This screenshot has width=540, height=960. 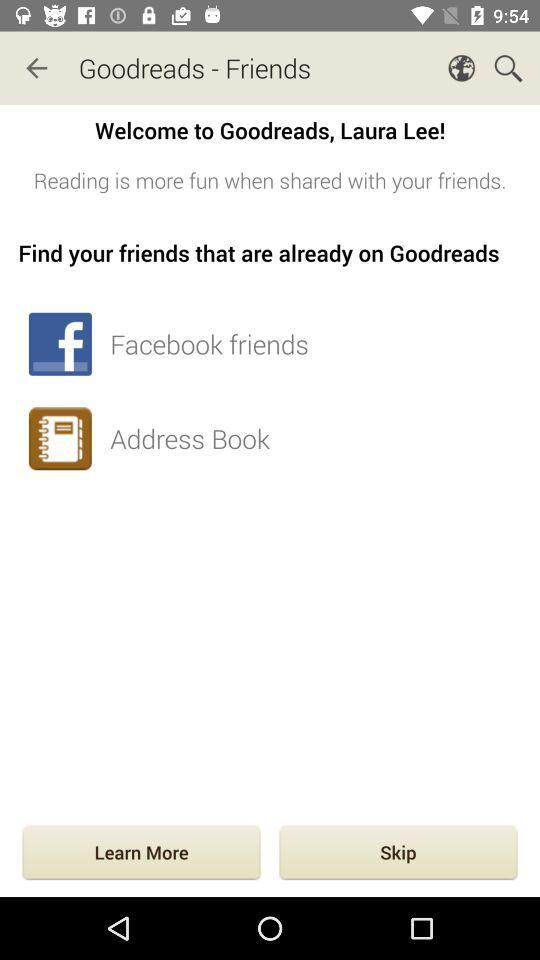 I want to click on the app to the left of the goodreads - friends app, so click(x=36, y=68).